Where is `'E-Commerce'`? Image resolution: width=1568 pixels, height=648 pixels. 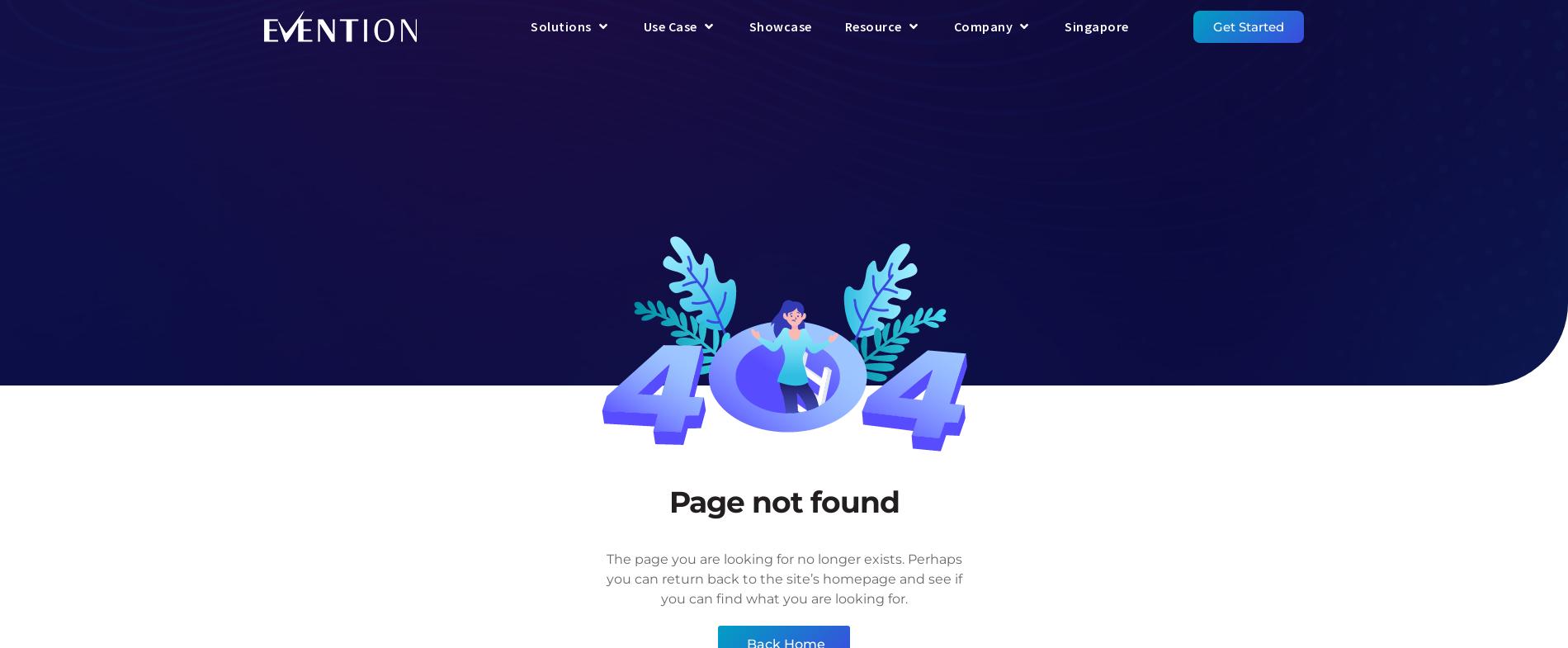
'E-Commerce' is located at coordinates (911, 220).